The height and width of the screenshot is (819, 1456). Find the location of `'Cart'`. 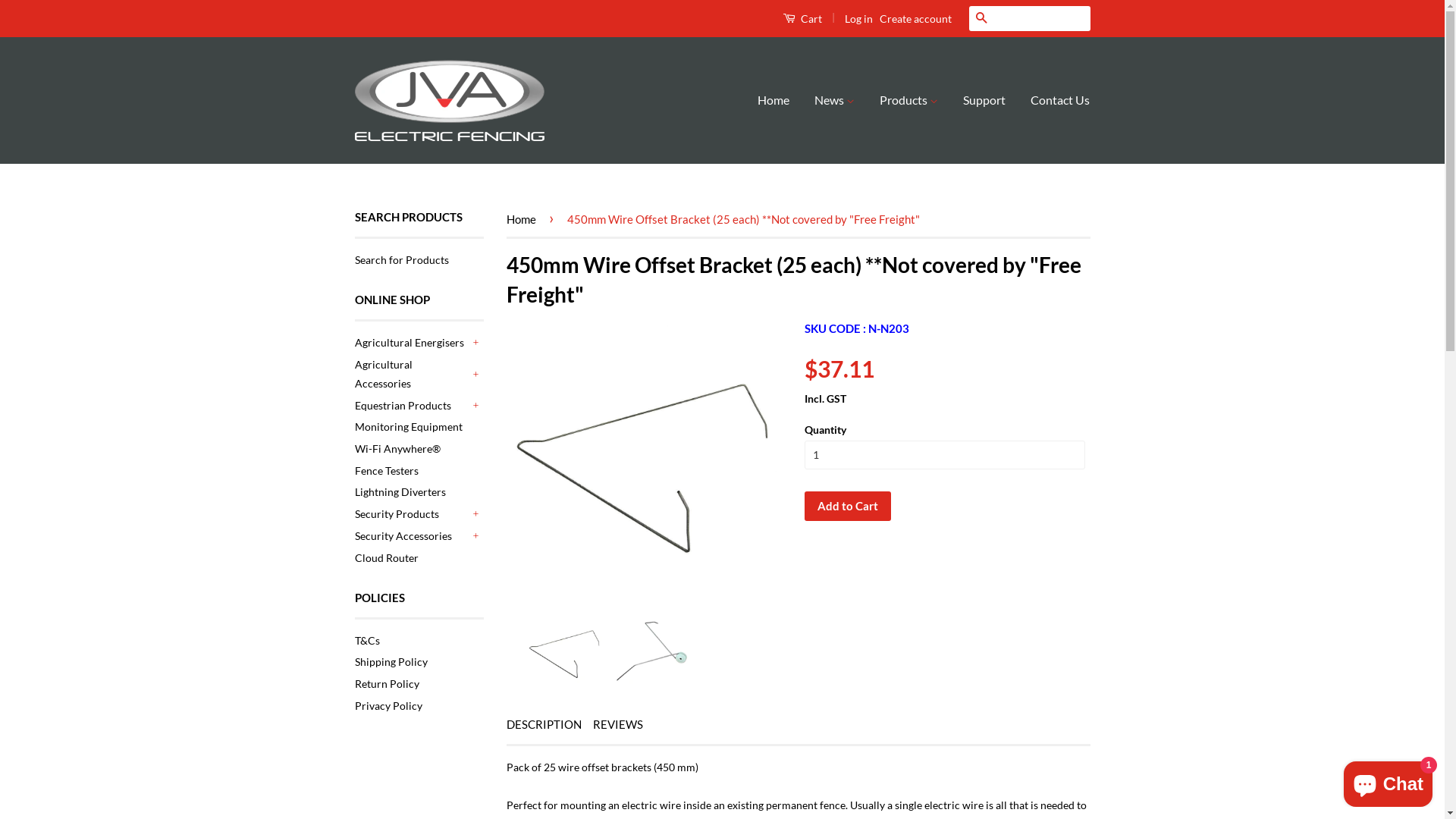

'Cart' is located at coordinates (801, 17).